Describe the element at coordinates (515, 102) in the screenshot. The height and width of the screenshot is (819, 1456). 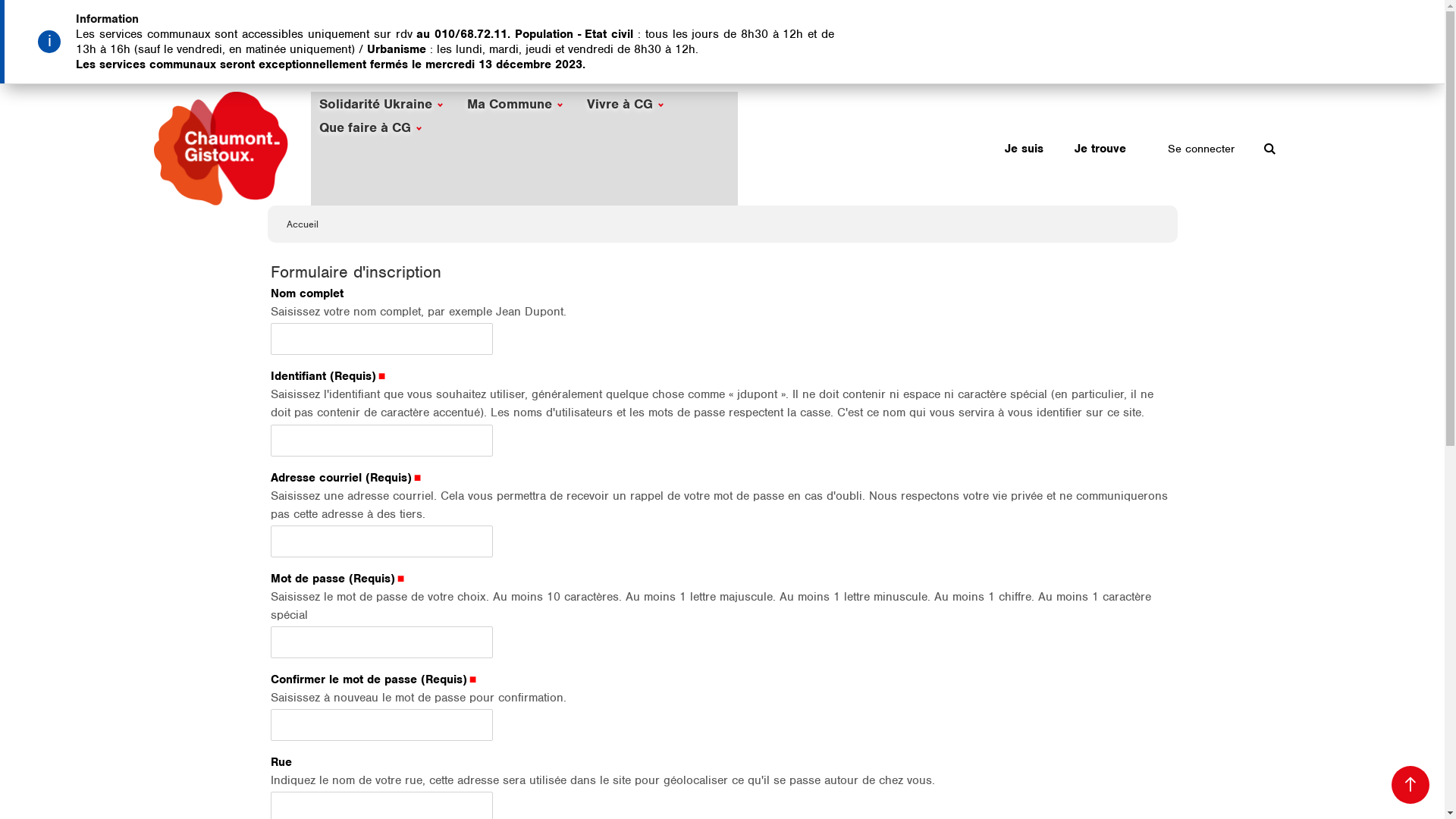
I see `'Ma Commune'` at that location.